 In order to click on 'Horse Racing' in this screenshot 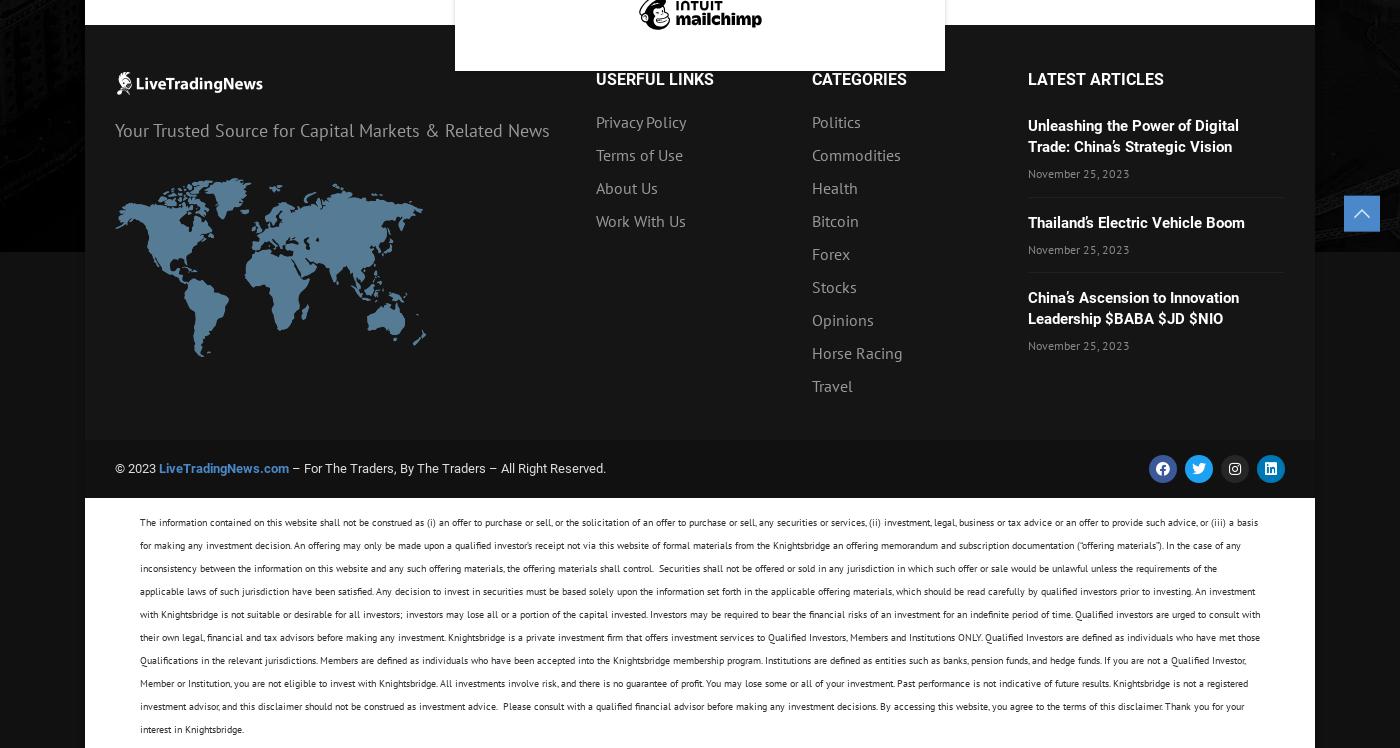, I will do `click(856, 351)`.